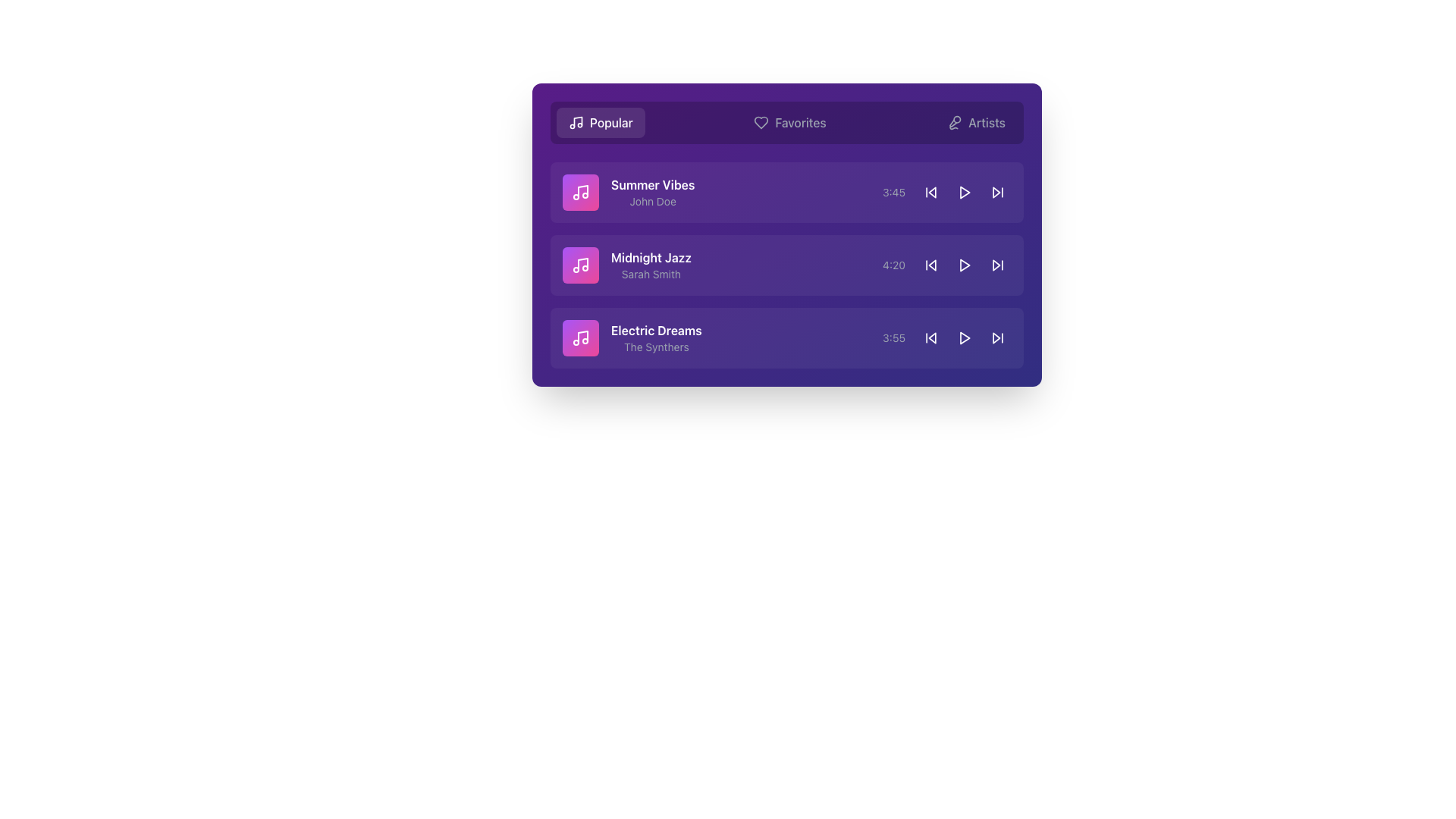 Image resolution: width=1456 pixels, height=819 pixels. I want to click on the triangular play button icon within the circular area, located in the playlist section, to observe the hover effect, so click(964, 265).